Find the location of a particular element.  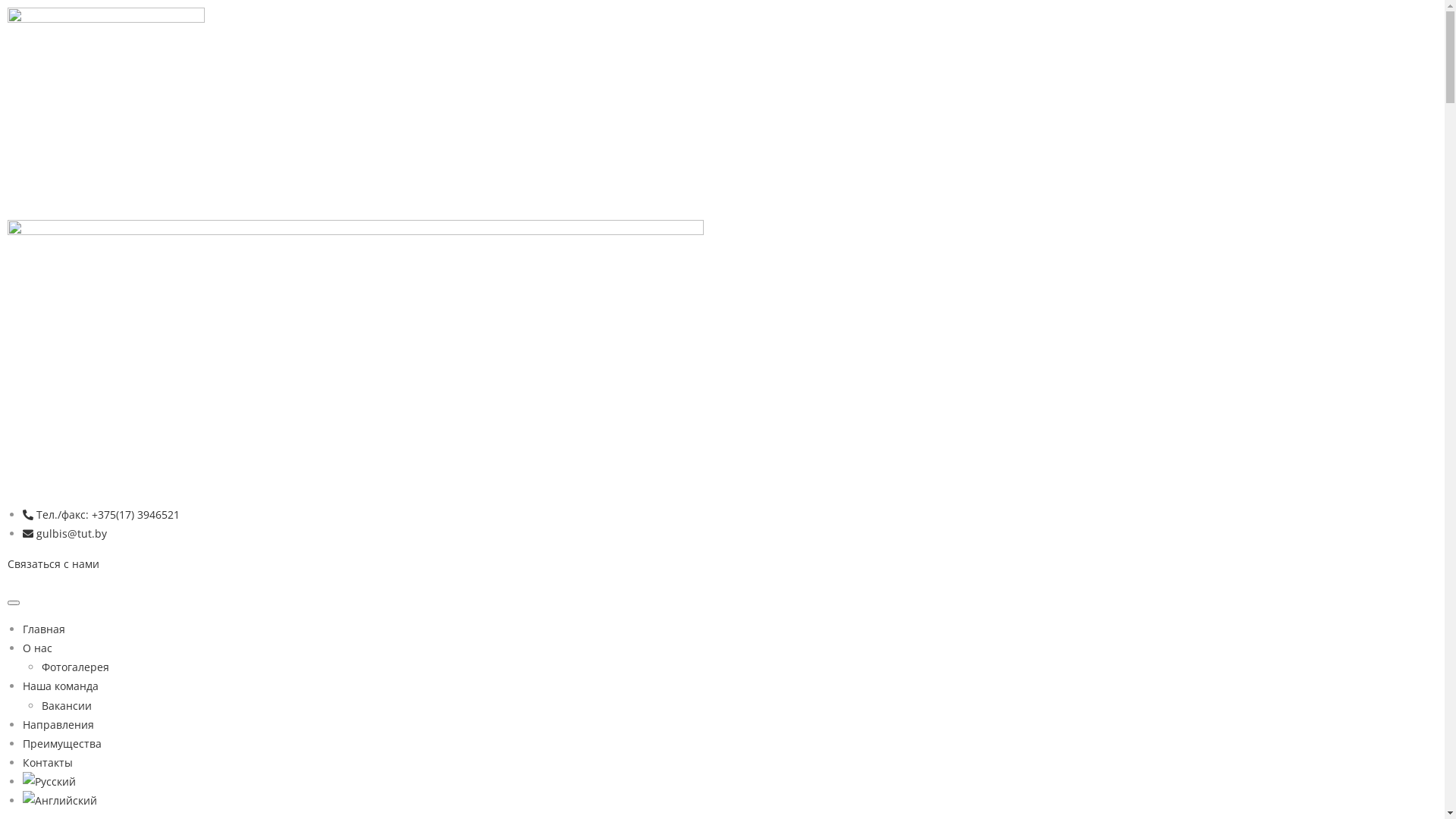

'gulbis@tut.by' is located at coordinates (22, 532).